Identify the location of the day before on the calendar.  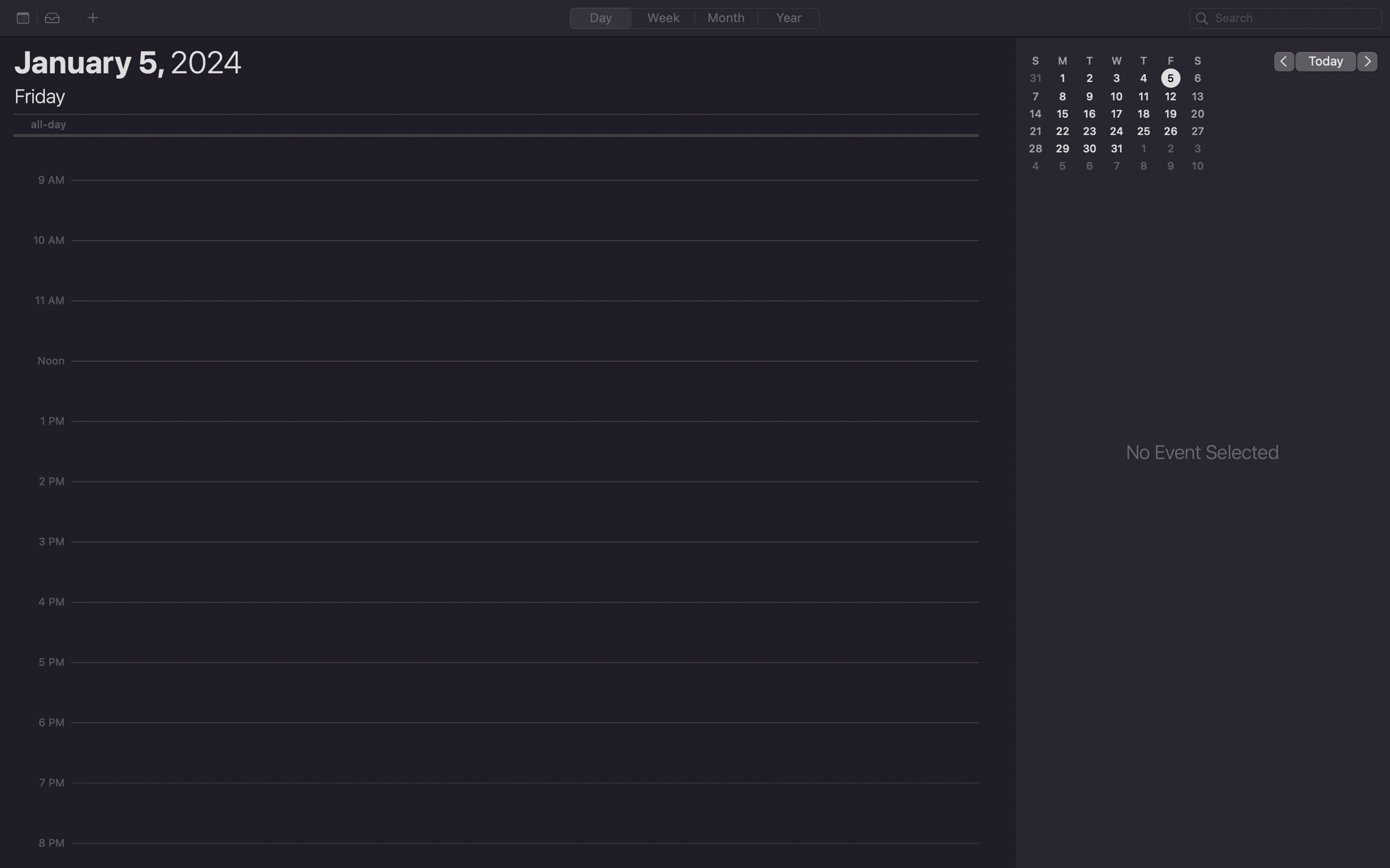
(1283, 60).